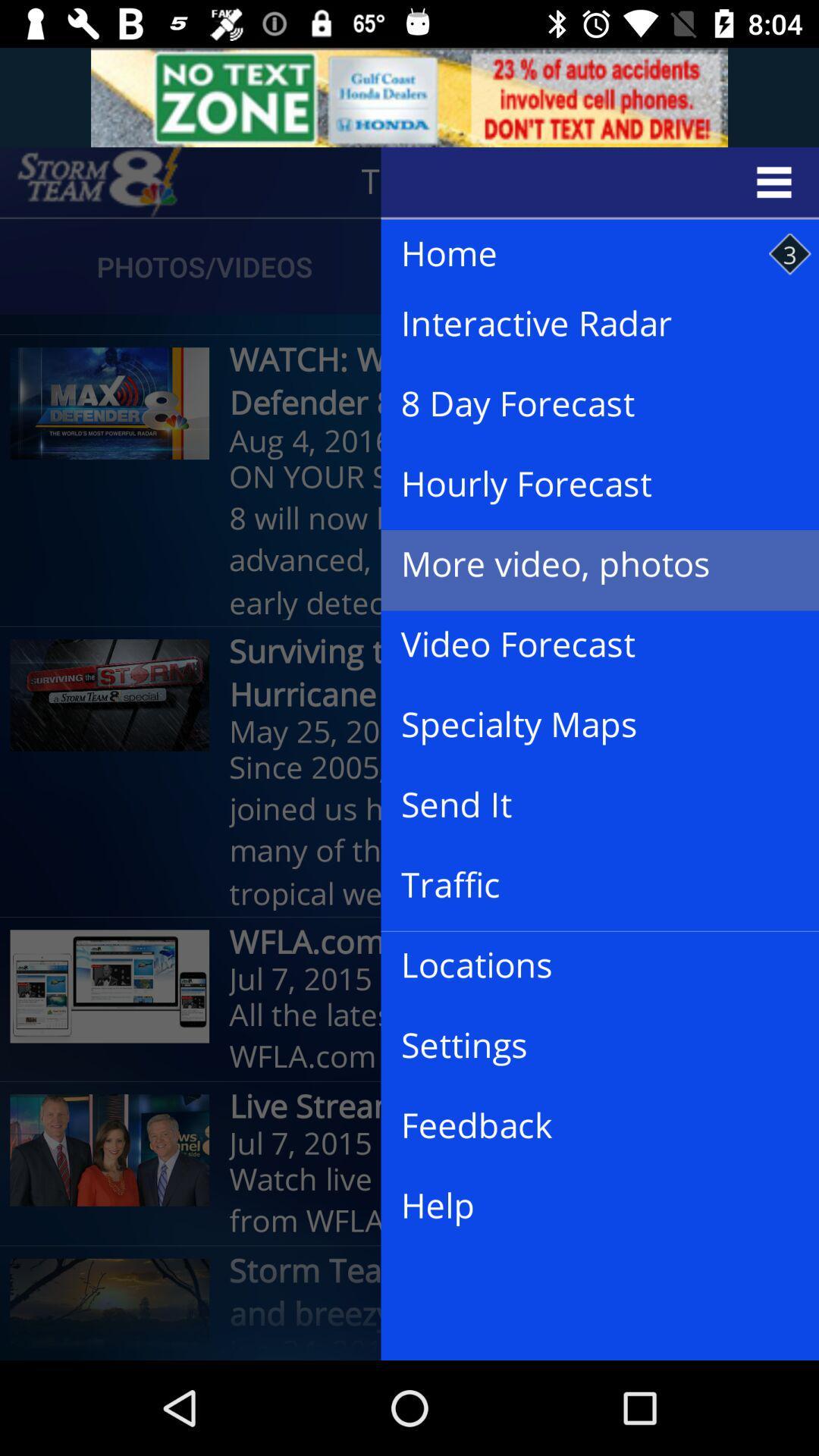  What do you see at coordinates (584, 254) in the screenshot?
I see `the item to the right of photos/videos` at bounding box center [584, 254].